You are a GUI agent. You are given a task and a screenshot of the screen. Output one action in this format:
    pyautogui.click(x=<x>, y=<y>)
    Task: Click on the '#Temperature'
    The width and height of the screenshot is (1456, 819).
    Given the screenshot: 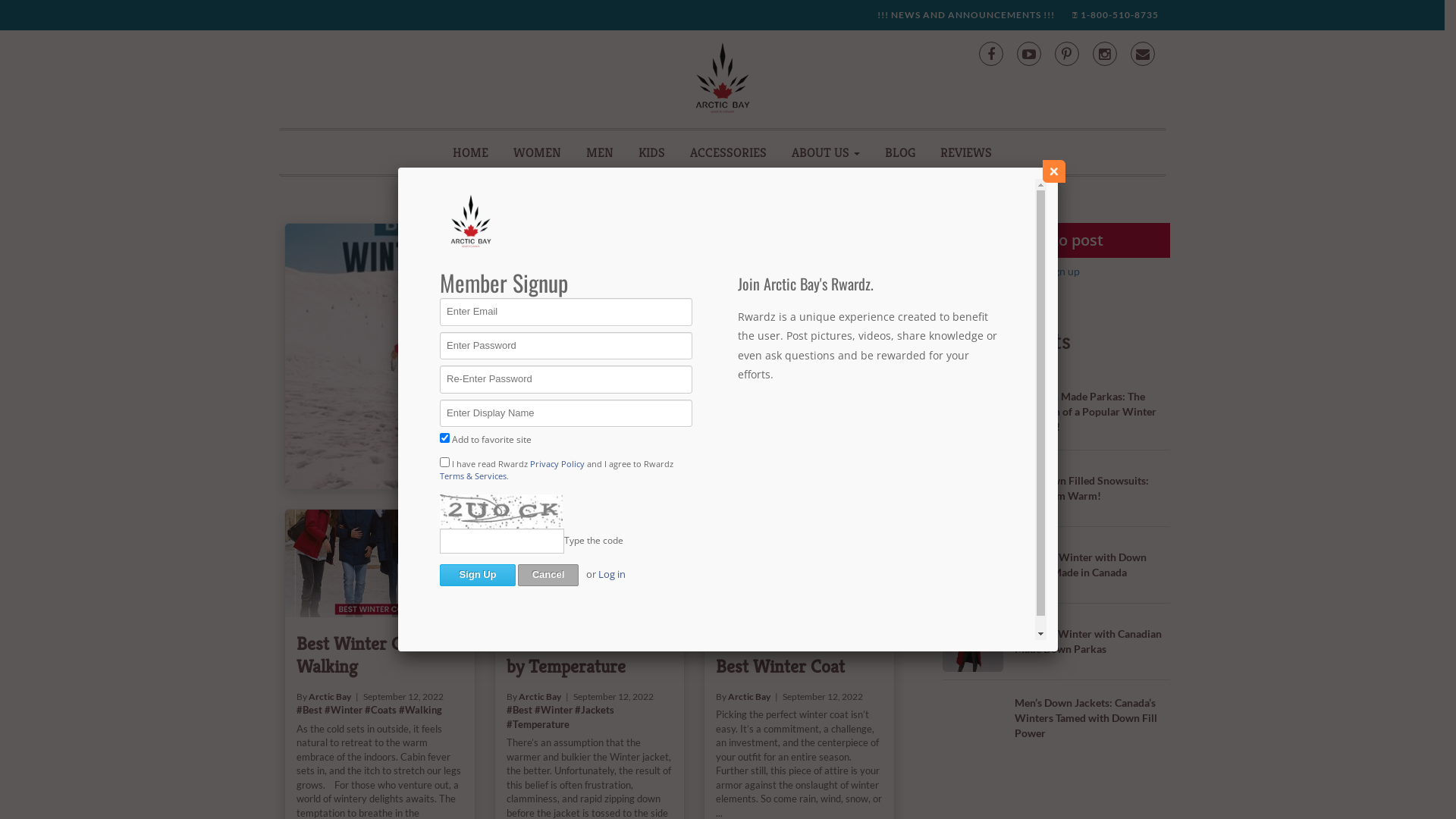 What is the action you would take?
    pyautogui.click(x=538, y=723)
    